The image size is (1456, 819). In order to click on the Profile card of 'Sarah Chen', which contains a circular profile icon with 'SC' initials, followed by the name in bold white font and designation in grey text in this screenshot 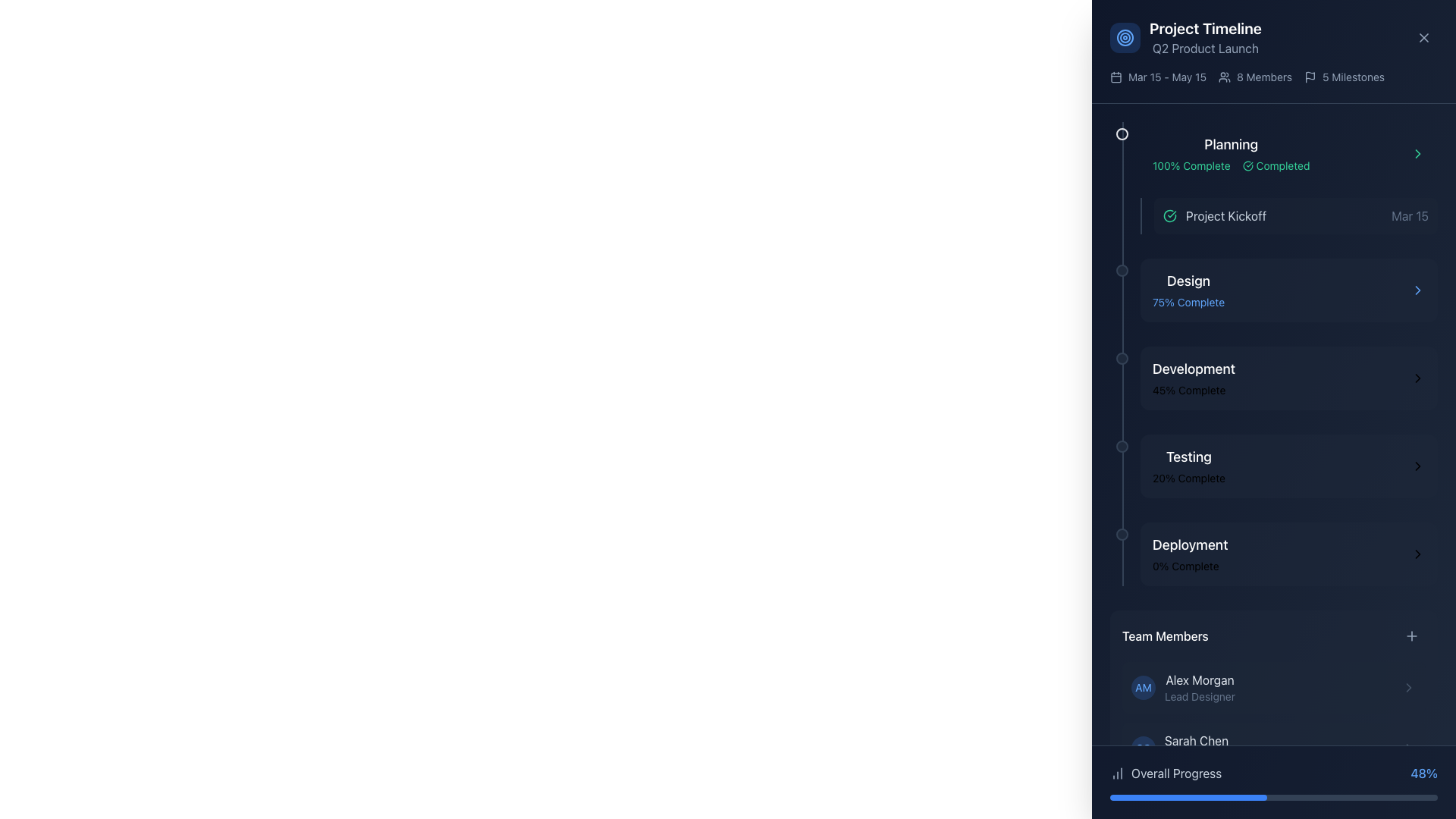, I will do `click(1178, 748)`.